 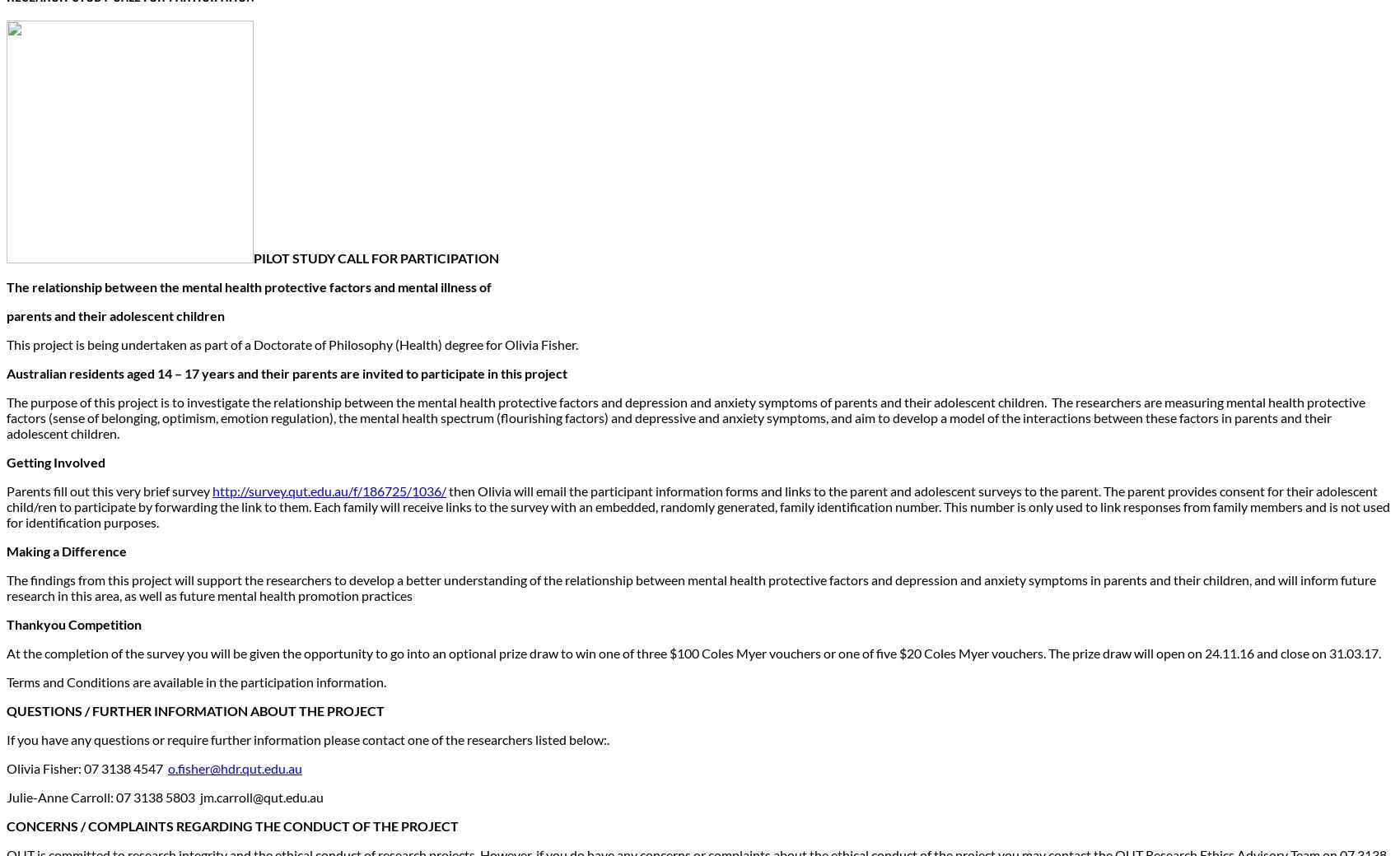 What do you see at coordinates (73, 624) in the screenshot?
I see `'Thankyou Competition'` at bounding box center [73, 624].